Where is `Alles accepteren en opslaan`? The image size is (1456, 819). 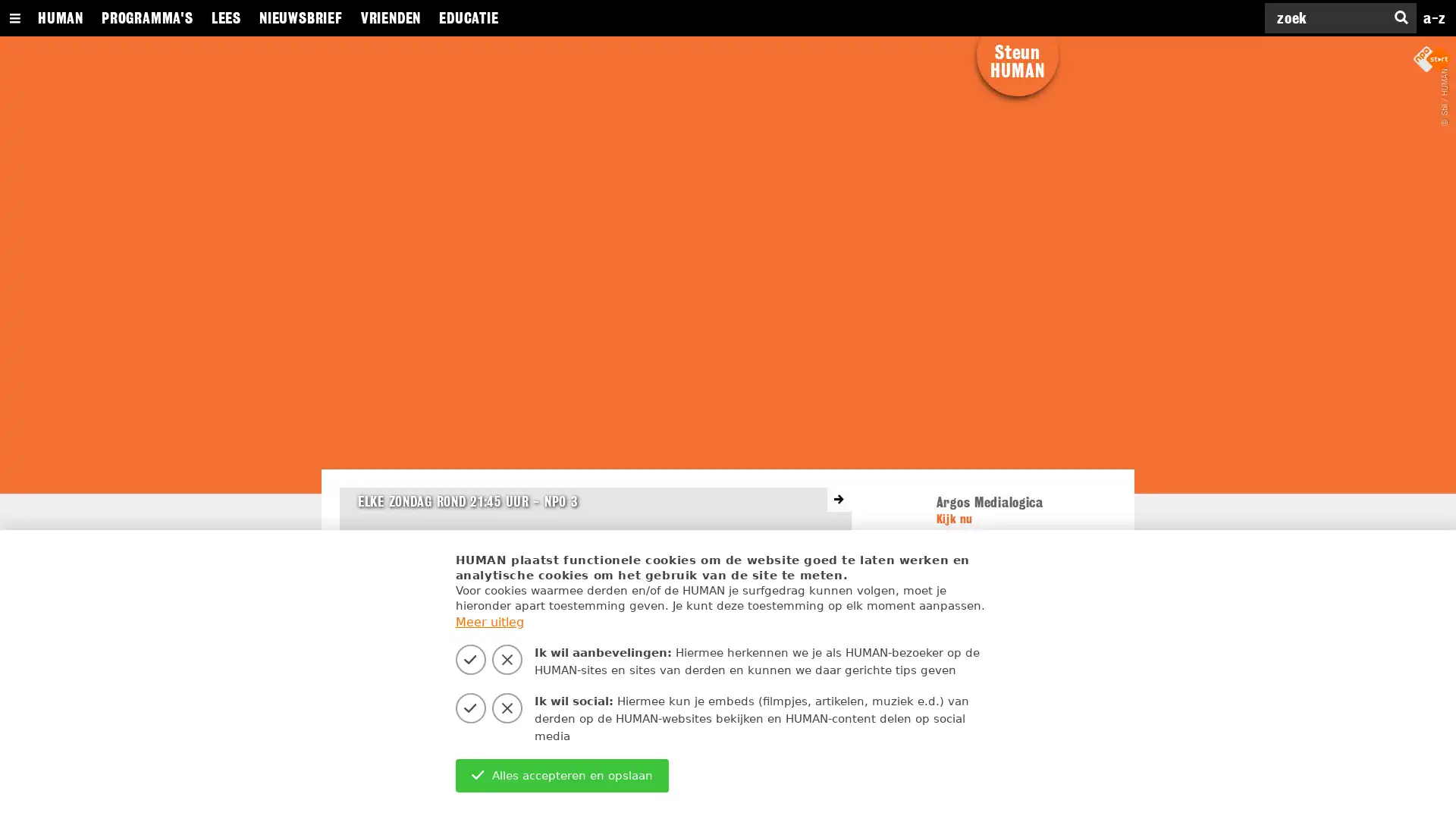 Alles accepteren en opslaan is located at coordinates (560, 775).